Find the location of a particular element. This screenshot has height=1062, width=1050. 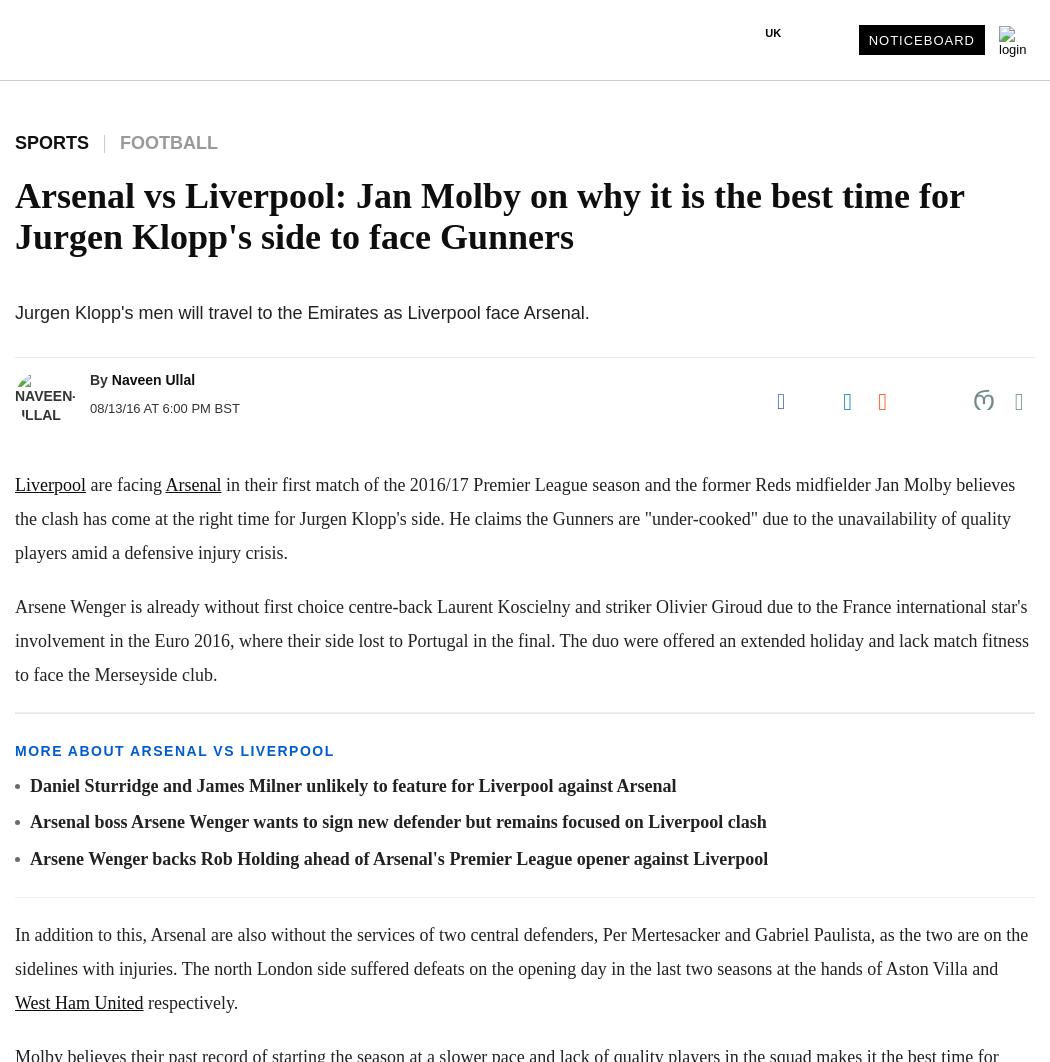

'- SME' is located at coordinates (42, 501).